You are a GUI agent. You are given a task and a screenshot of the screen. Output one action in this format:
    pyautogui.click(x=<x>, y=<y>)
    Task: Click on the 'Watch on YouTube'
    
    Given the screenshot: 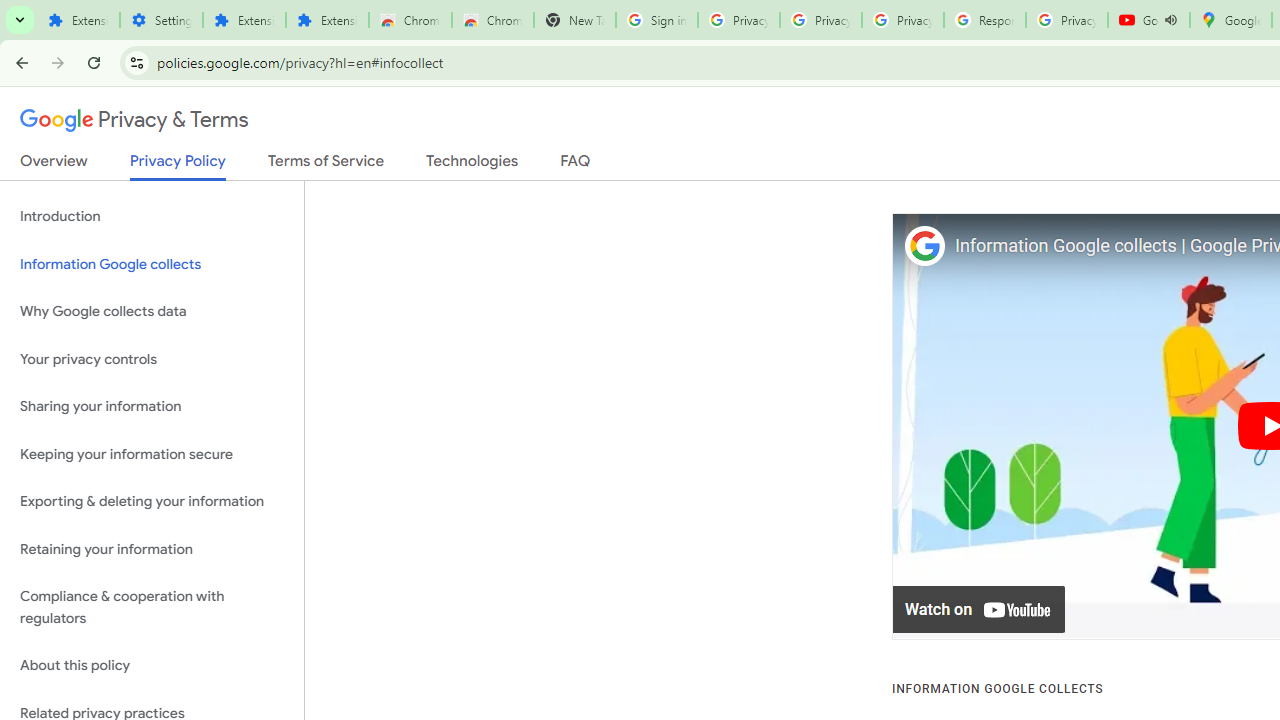 What is the action you would take?
    pyautogui.click(x=979, y=609)
    